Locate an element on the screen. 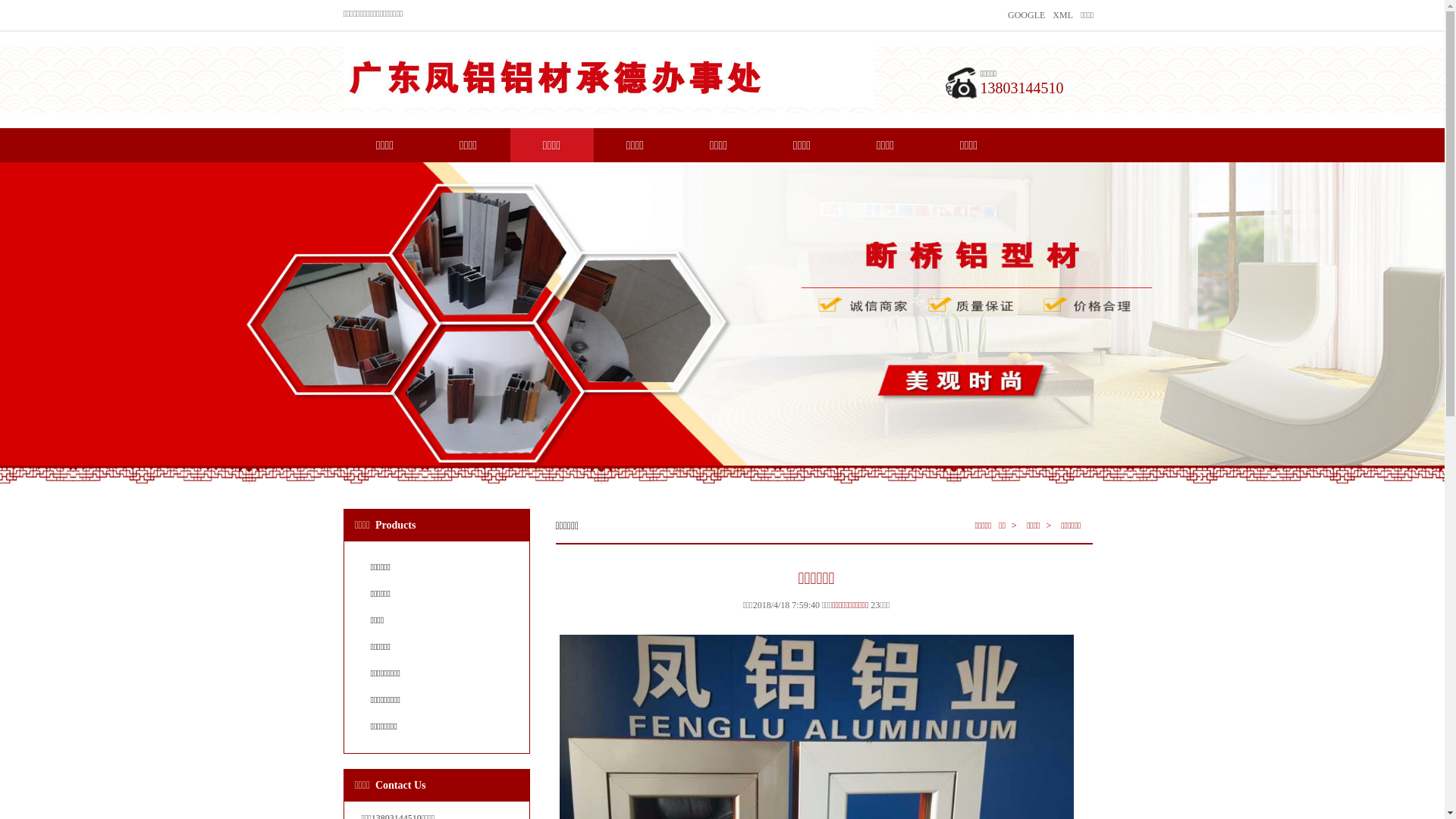 The image size is (1456, 819). 'XML' is located at coordinates (1062, 14).